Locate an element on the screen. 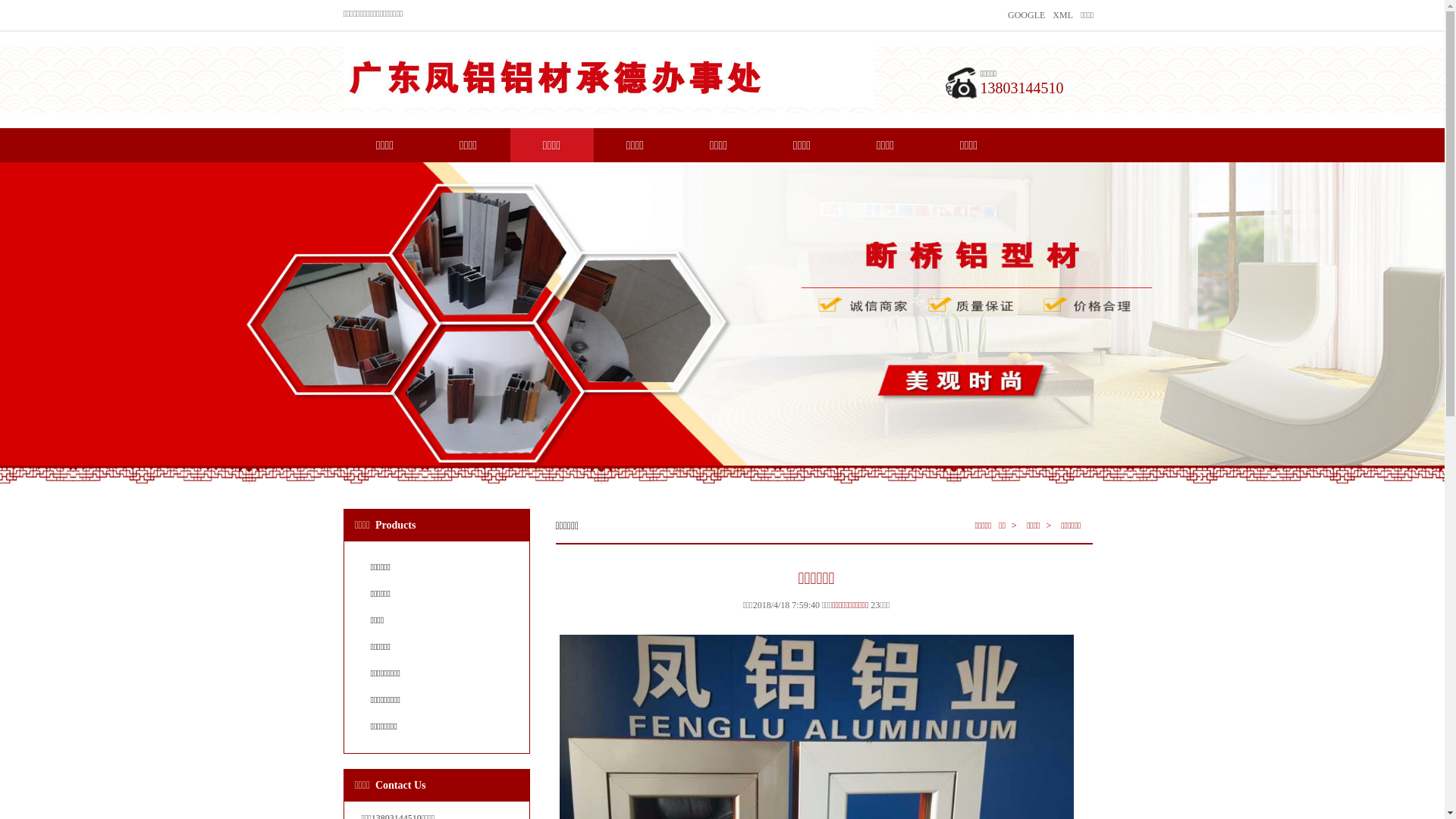 The image size is (1456, 819). 'XML' is located at coordinates (1062, 14).